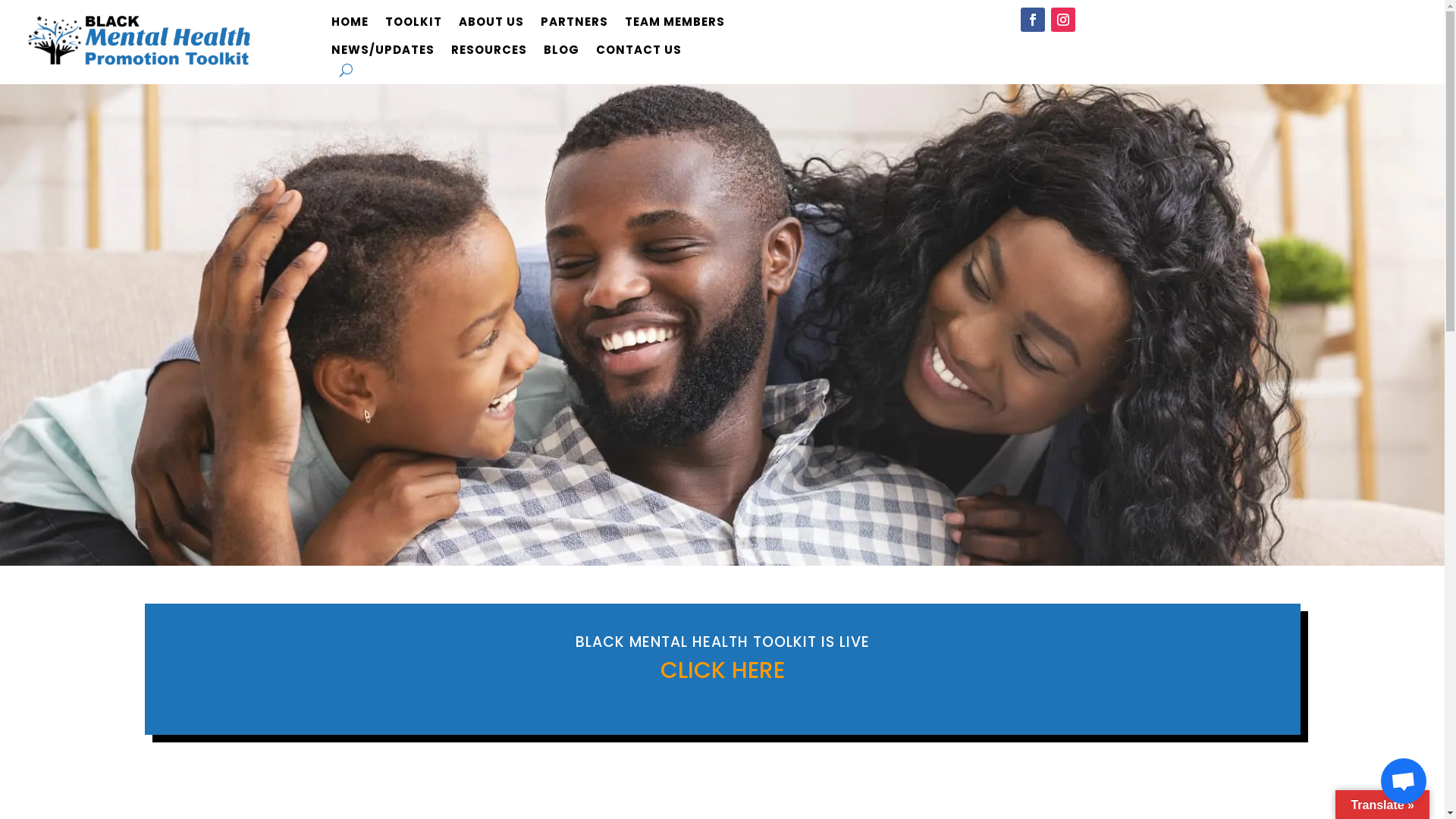  What do you see at coordinates (720, 669) in the screenshot?
I see `'CLICK HERE'` at bounding box center [720, 669].